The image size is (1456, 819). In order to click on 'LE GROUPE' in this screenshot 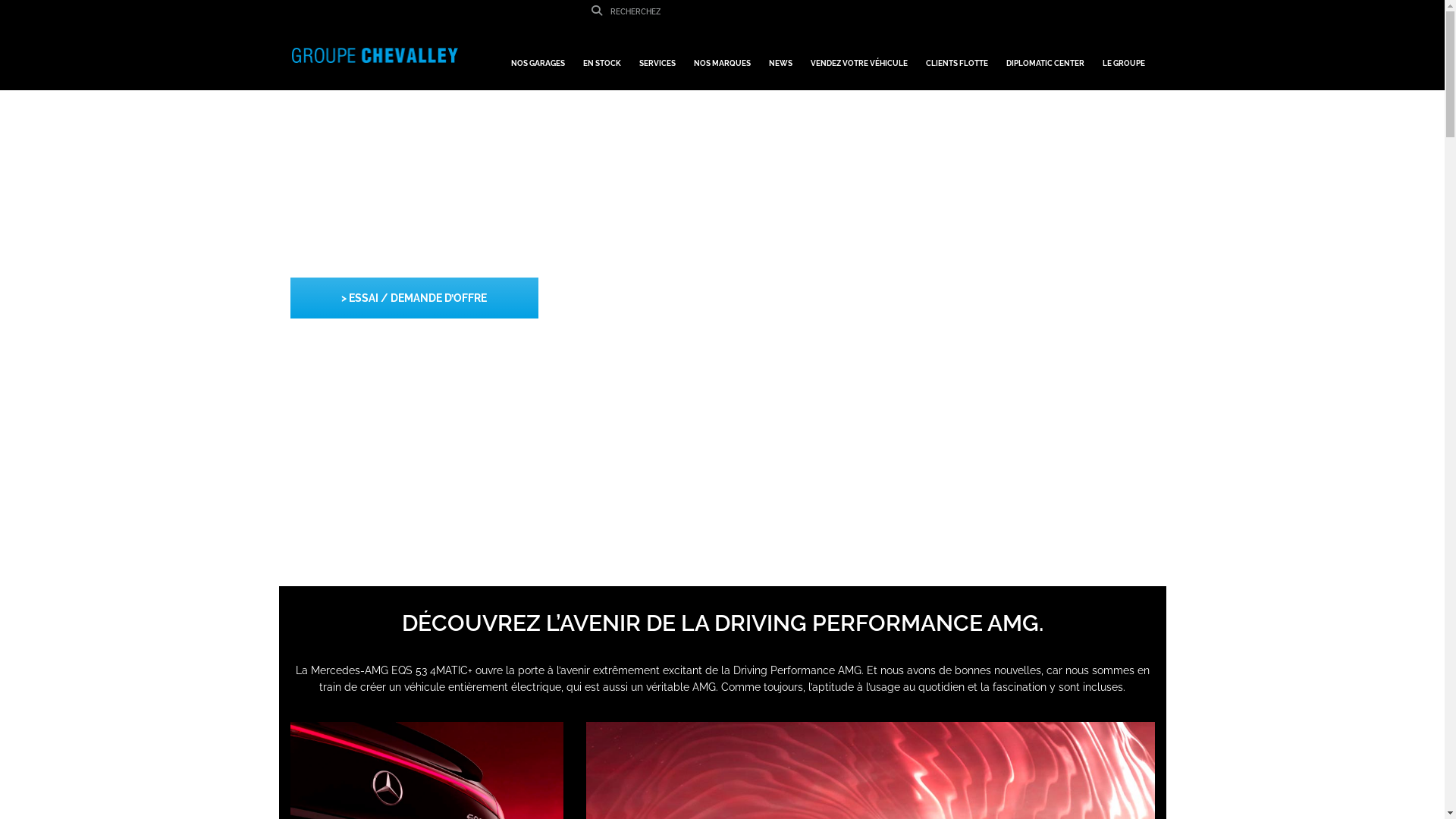, I will do `click(1124, 55)`.